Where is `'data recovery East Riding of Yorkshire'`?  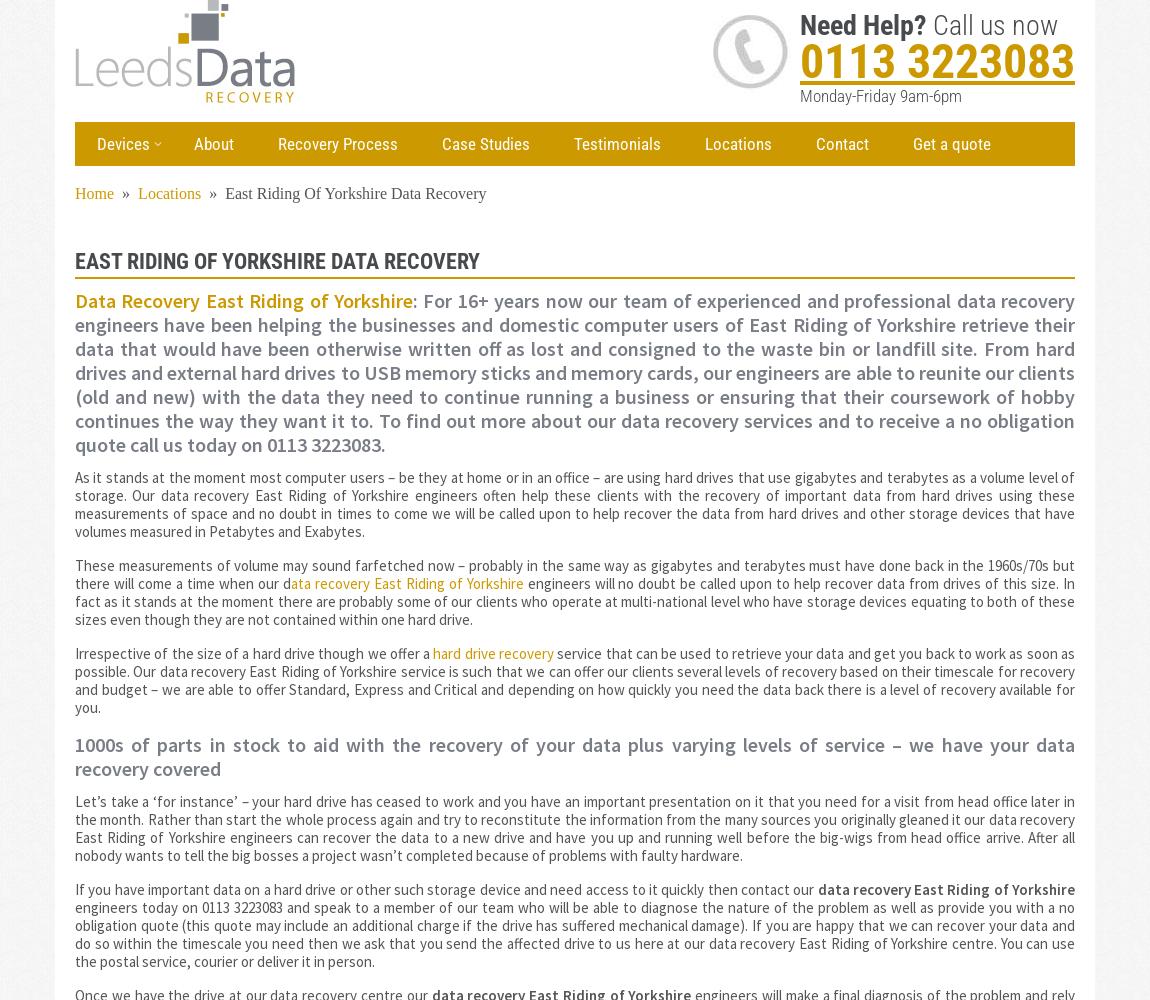
'data recovery East Riding of Yorkshire' is located at coordinates (945, 889).